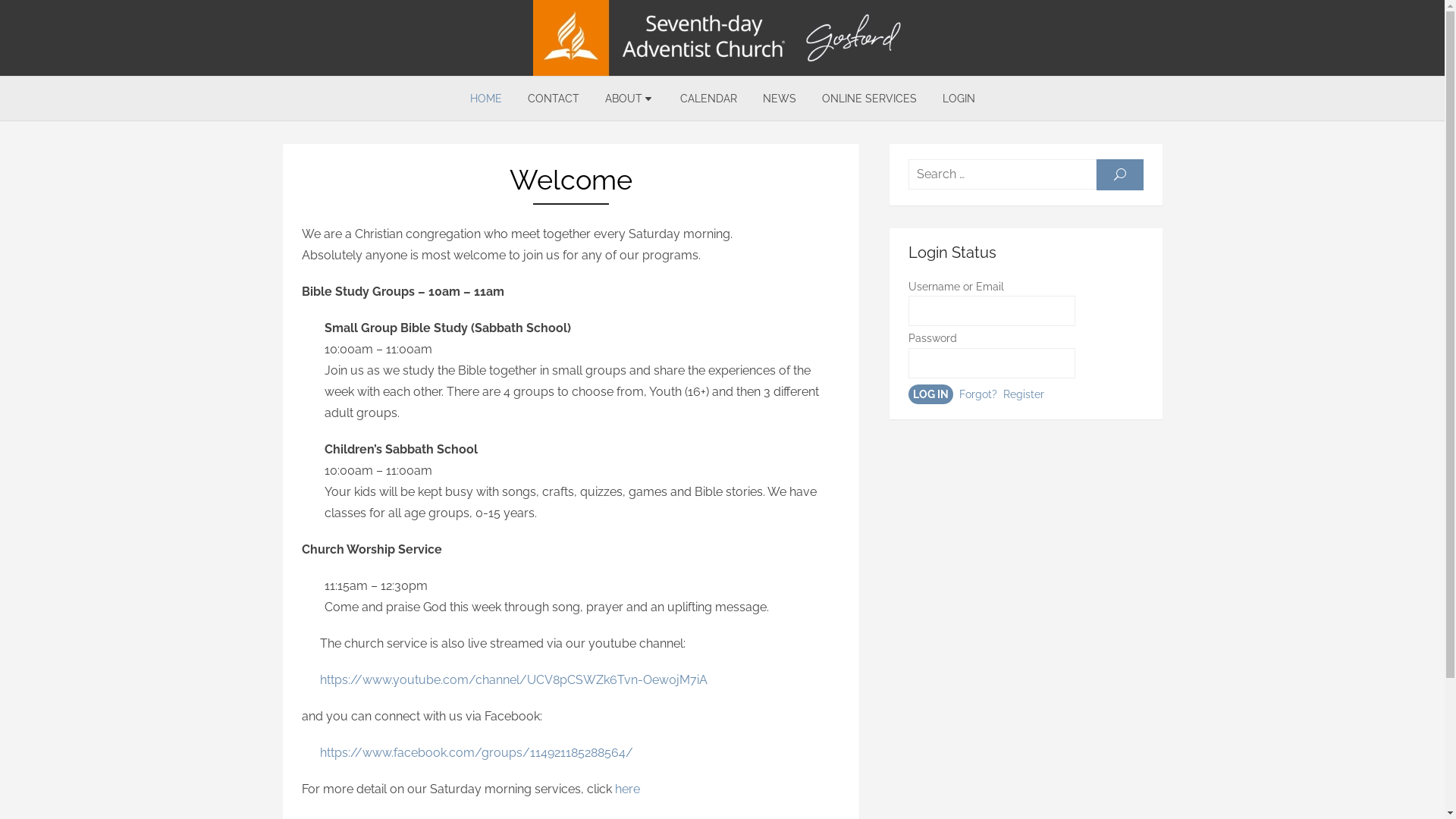 Image resolution: width=1456 pixels, height=819 pixels. What do you see at coordinates (1096, 174) in the screenshot?
I see `'SEARCH'` at bounding box center [1096, 174].